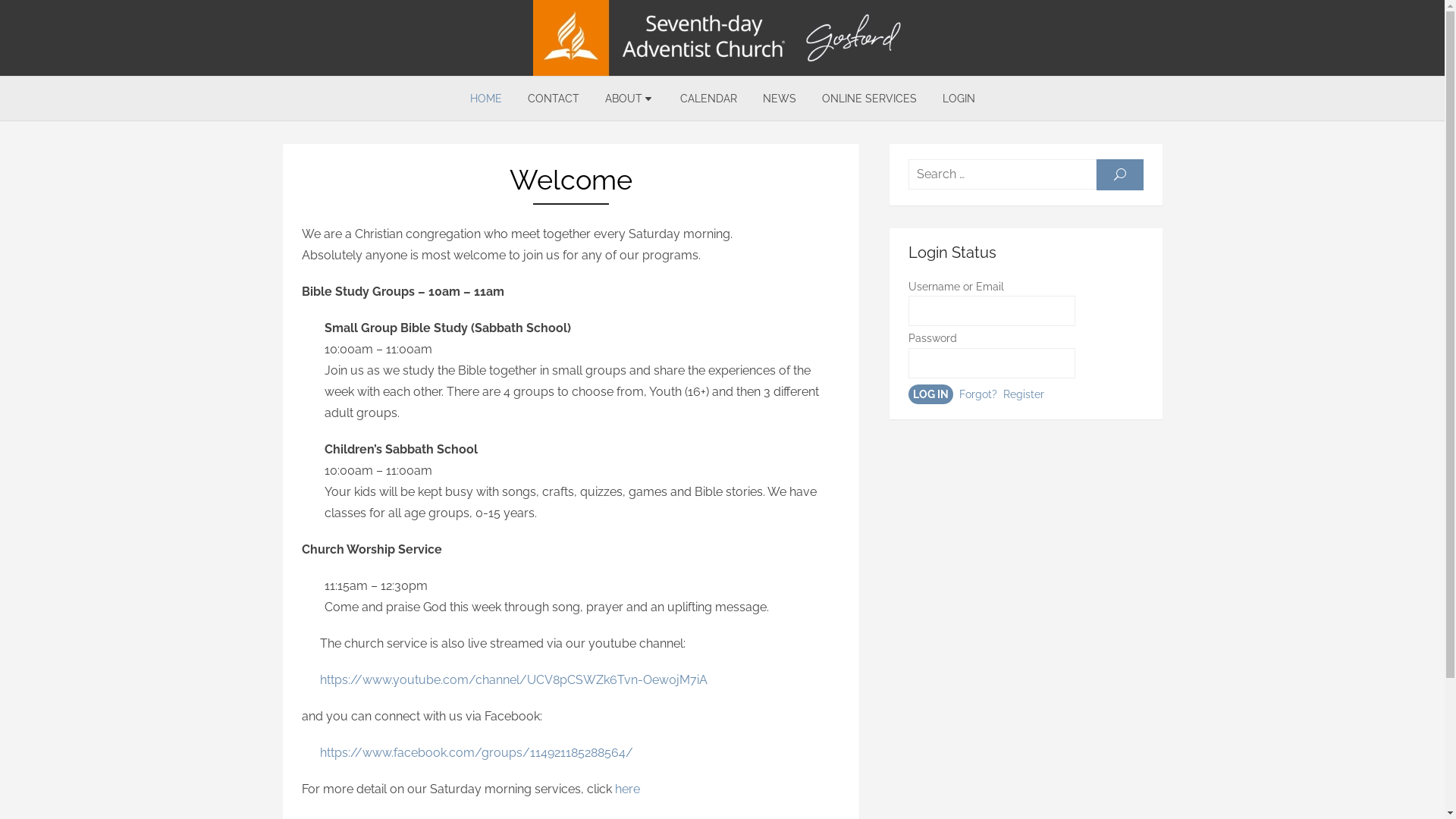 Image resolution: width=1456 pixels, height=819 pixels. What do you see at coordinates (1096, 174) in the screenshot?
I see `'SEARCH'` at bounding box center [1096, 174].